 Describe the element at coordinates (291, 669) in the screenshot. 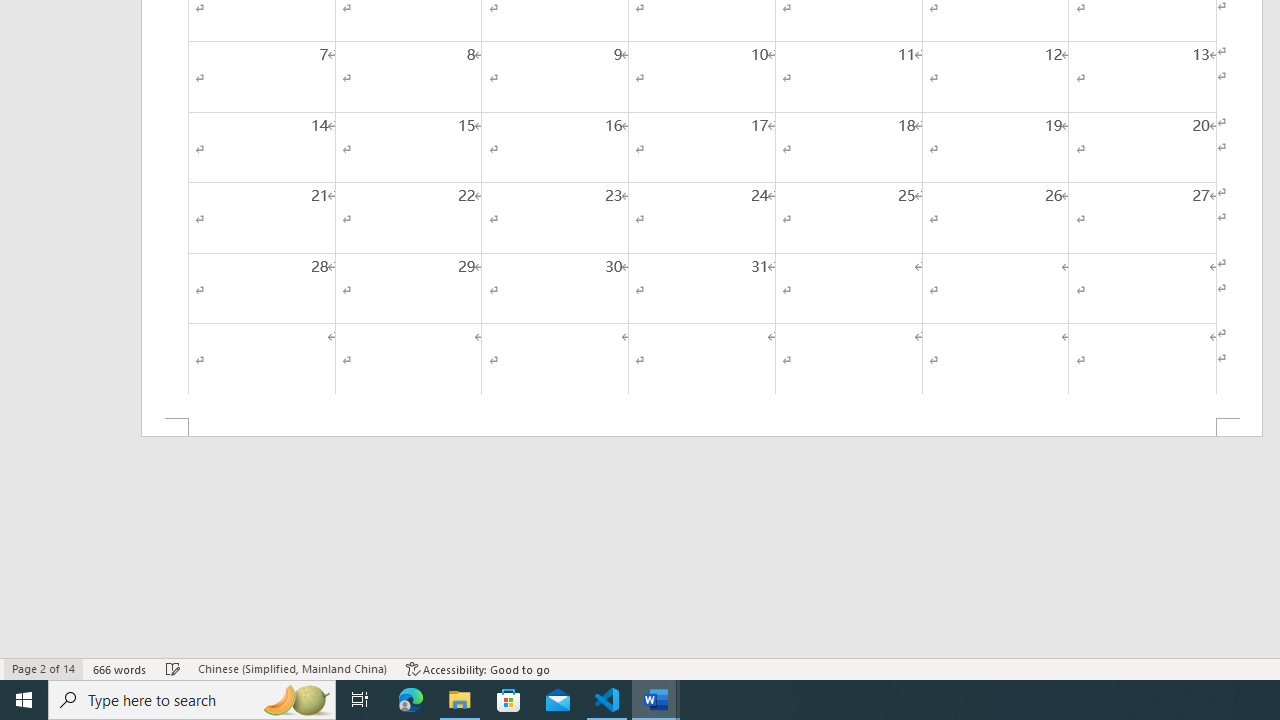

I see `'Language Chinese (Simplified, Mainland China)'` at that location.